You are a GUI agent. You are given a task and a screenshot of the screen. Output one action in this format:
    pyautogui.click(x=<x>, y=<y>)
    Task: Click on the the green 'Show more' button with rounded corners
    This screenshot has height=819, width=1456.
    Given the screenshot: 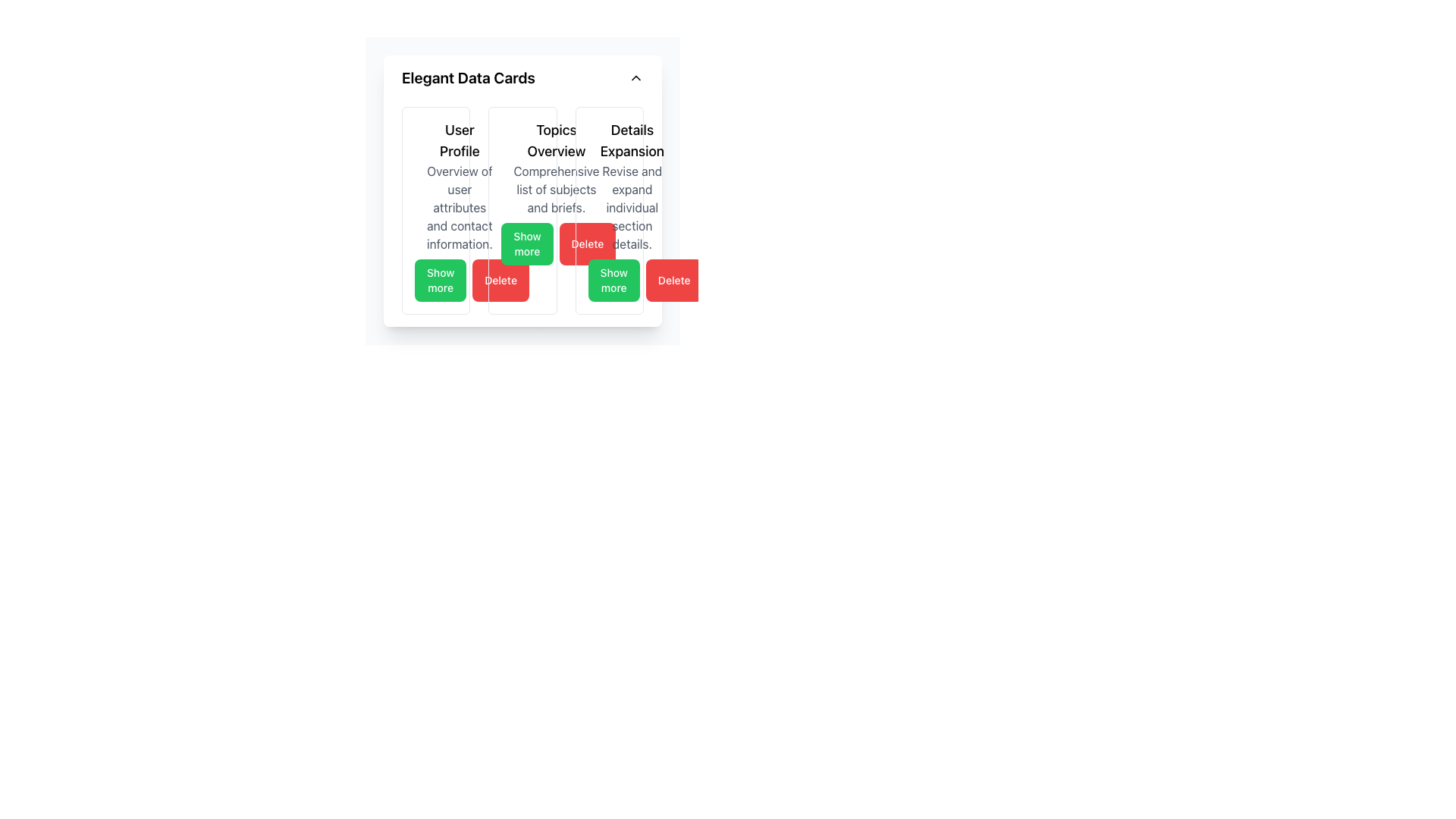 What is the action you would take?
    pyautogui.click(x=527, y=243)
    